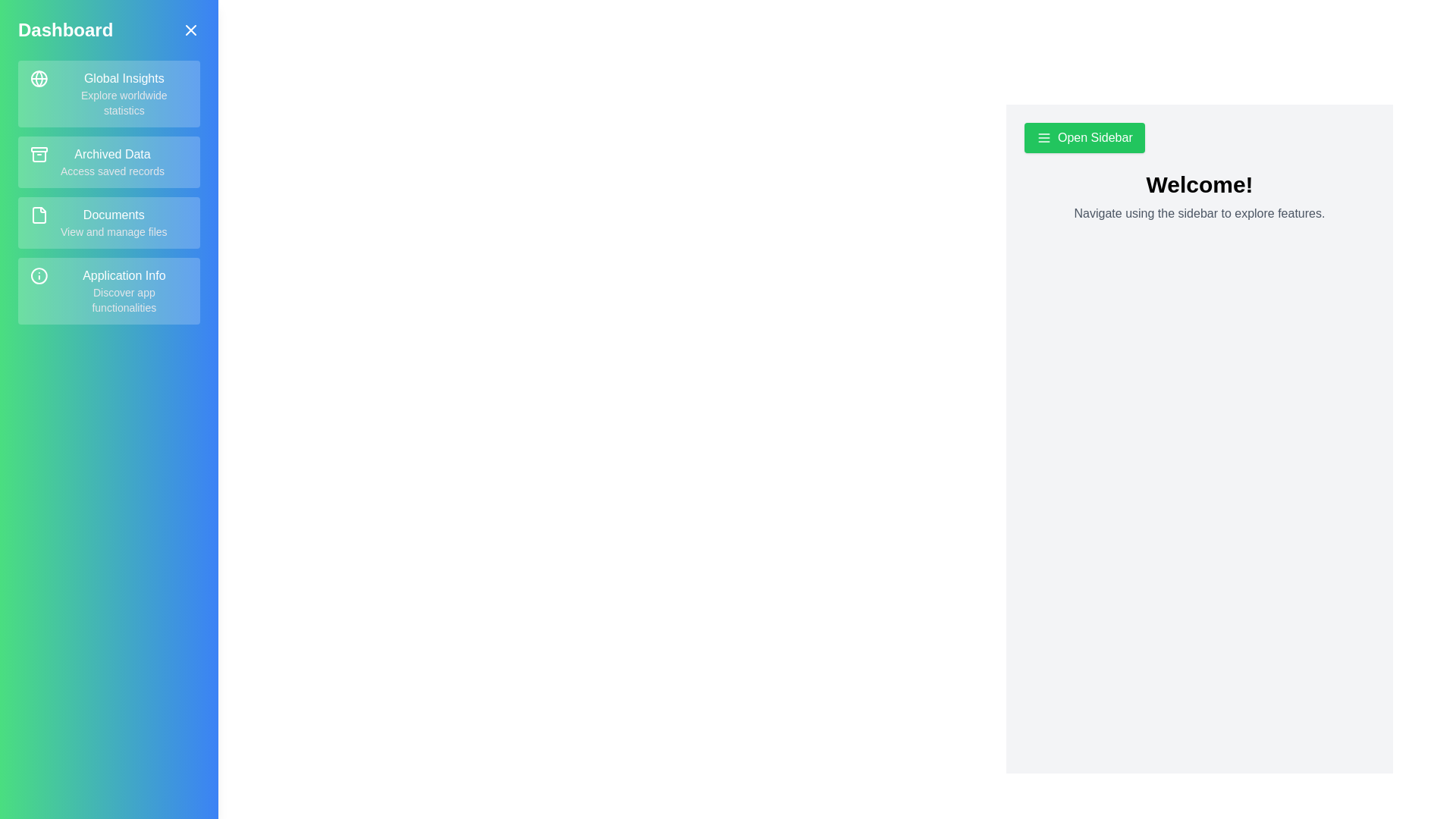  What do you see at coordinates (108, 162) in the screenshot?
I see `the menu item Archived Data in the sidebar` at bounding box center [108, 162].